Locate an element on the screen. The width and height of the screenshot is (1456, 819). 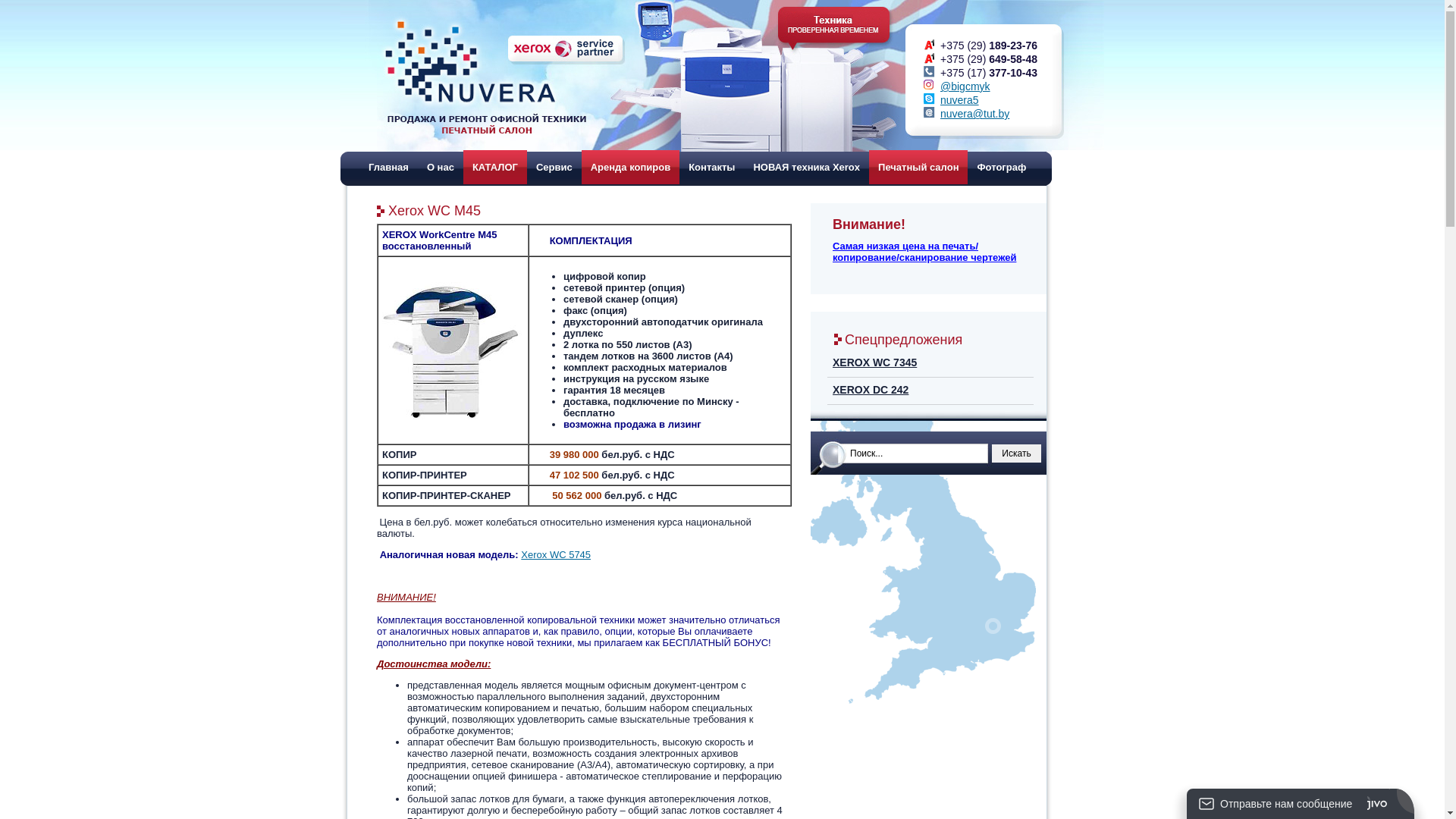
'nuvera@tut.by' is located at coordinates (974, 113).